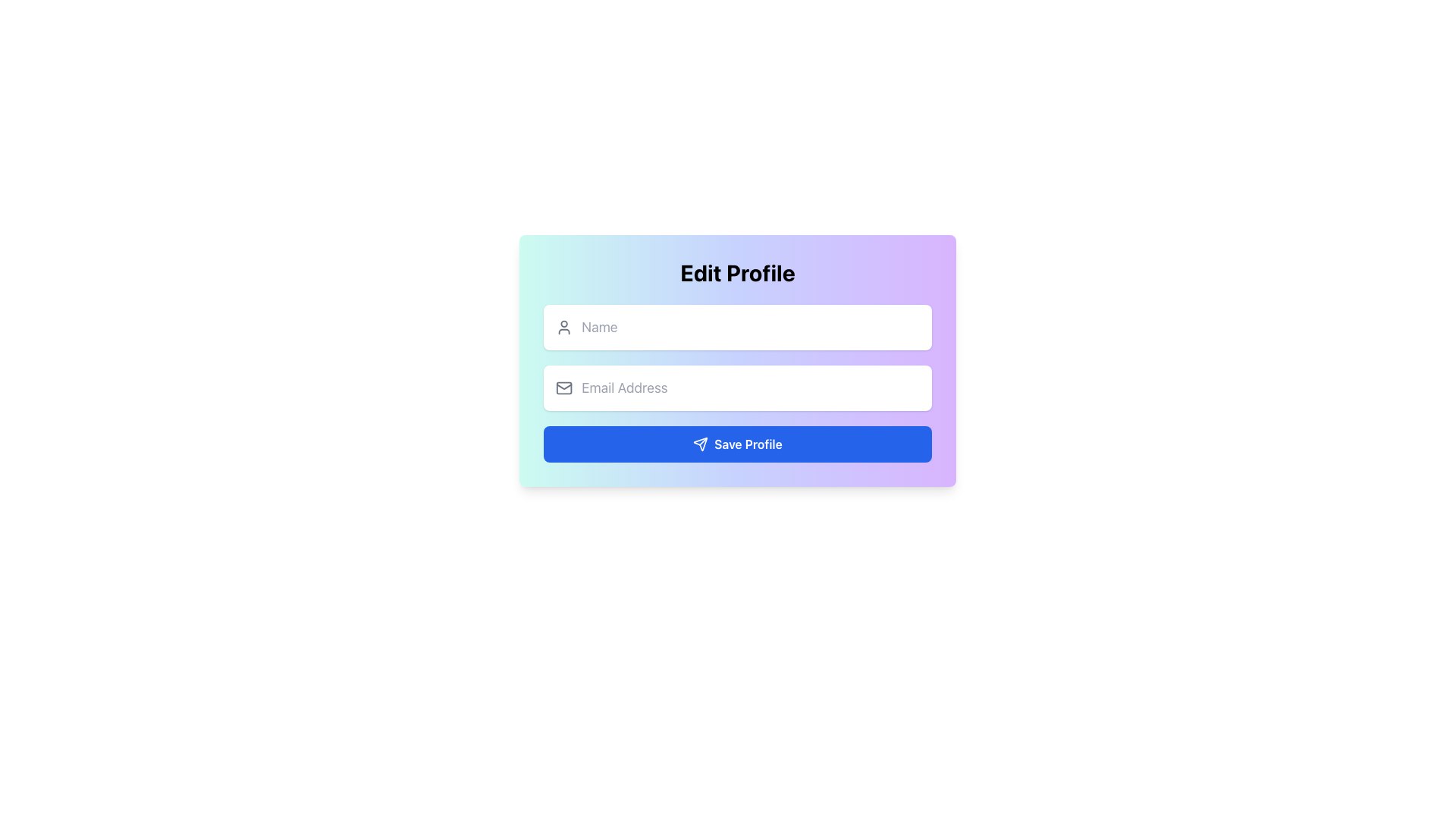 The width and height of the screenshot is (1456, 819). I want to click on the confirmation button located at the bottom of the form panel, so click(738, 444).